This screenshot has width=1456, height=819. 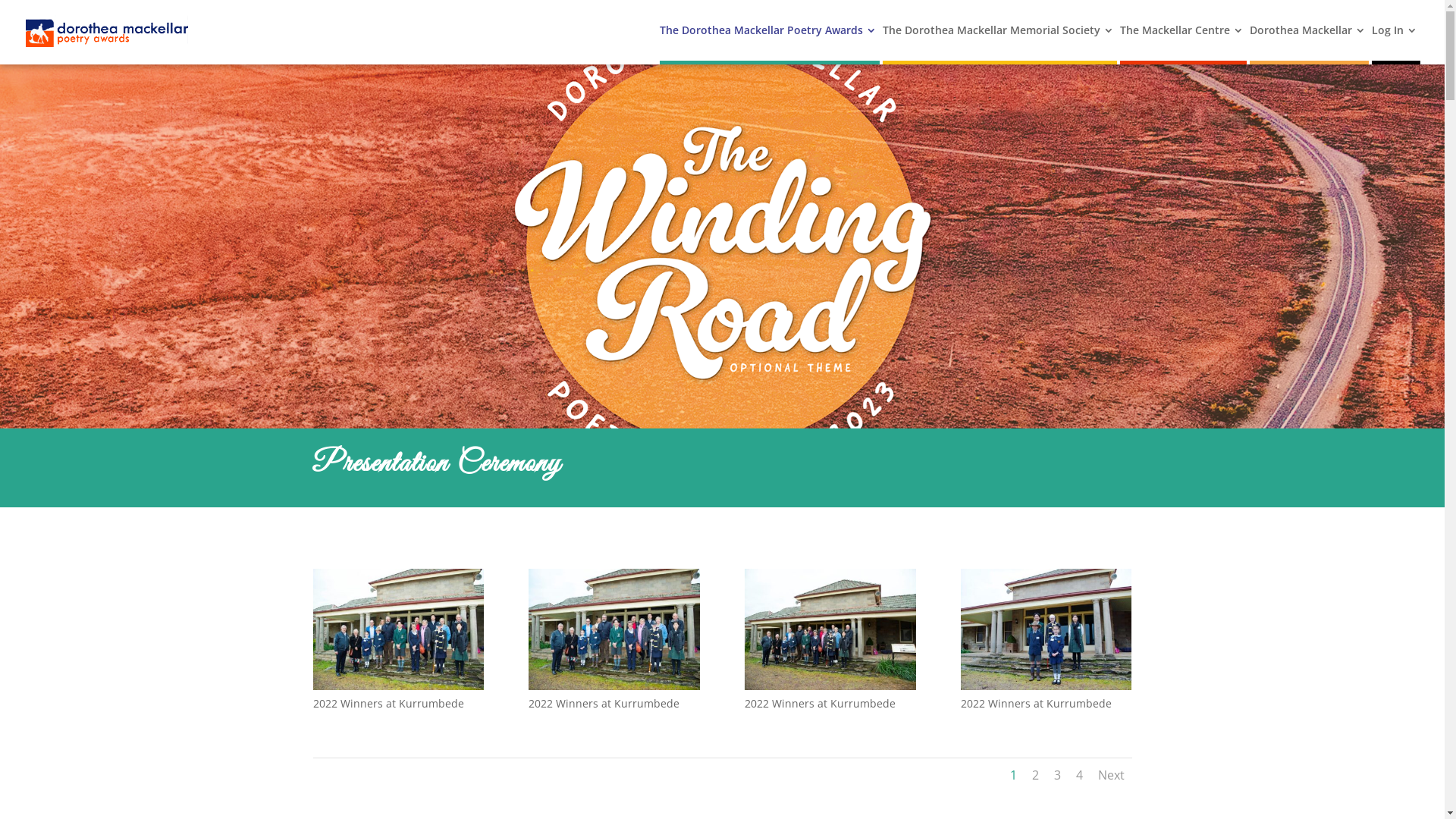 What do you see at coordinates (1056, 775) in the screenshot?
I see `'3'` at bounding box center [1056, 775].